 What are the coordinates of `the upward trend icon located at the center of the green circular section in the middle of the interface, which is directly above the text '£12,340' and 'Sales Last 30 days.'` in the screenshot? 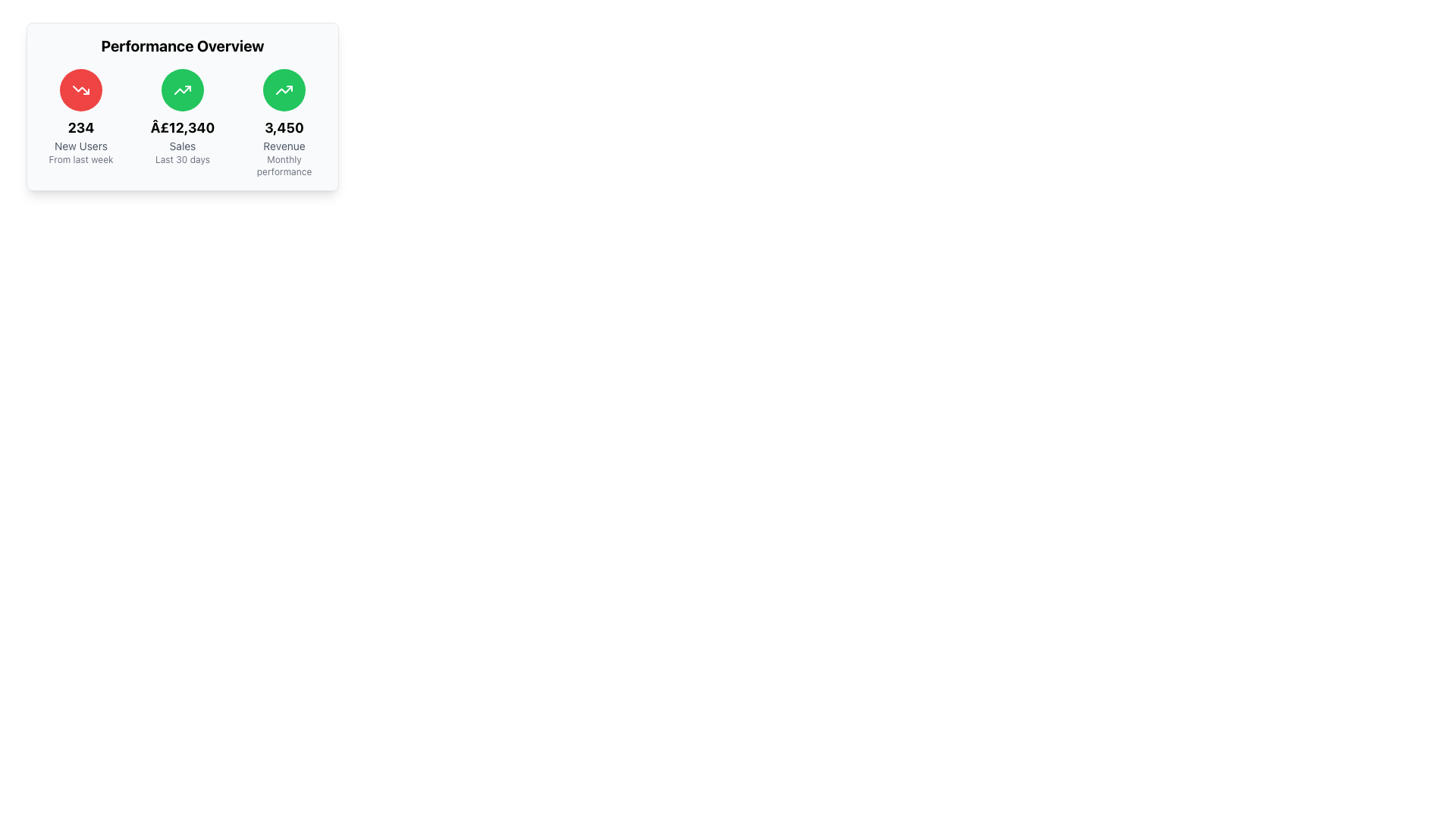 It's located at (182, 90).